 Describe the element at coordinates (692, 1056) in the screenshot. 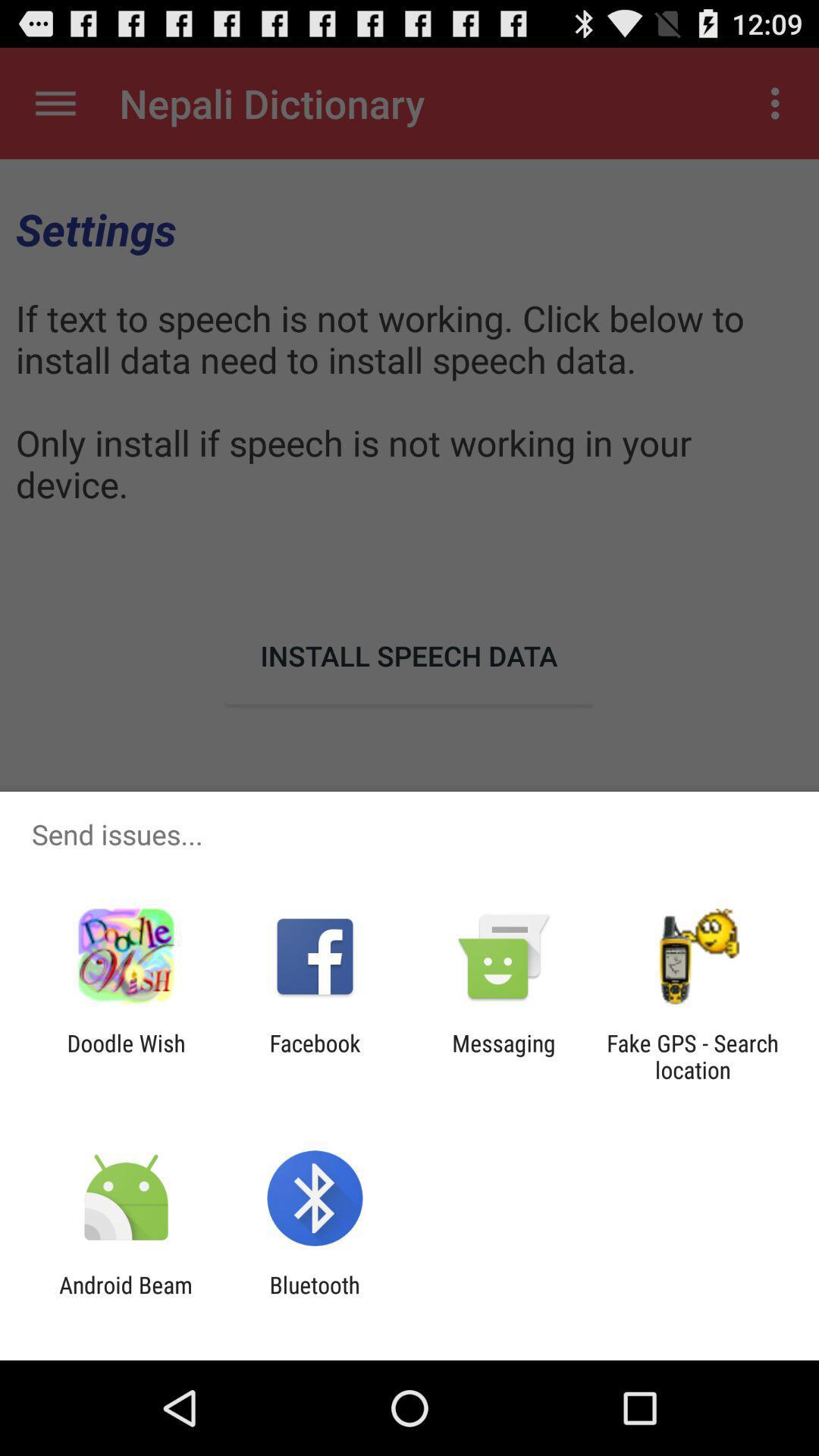

I see `the icon next to the messaging icon` at that location.